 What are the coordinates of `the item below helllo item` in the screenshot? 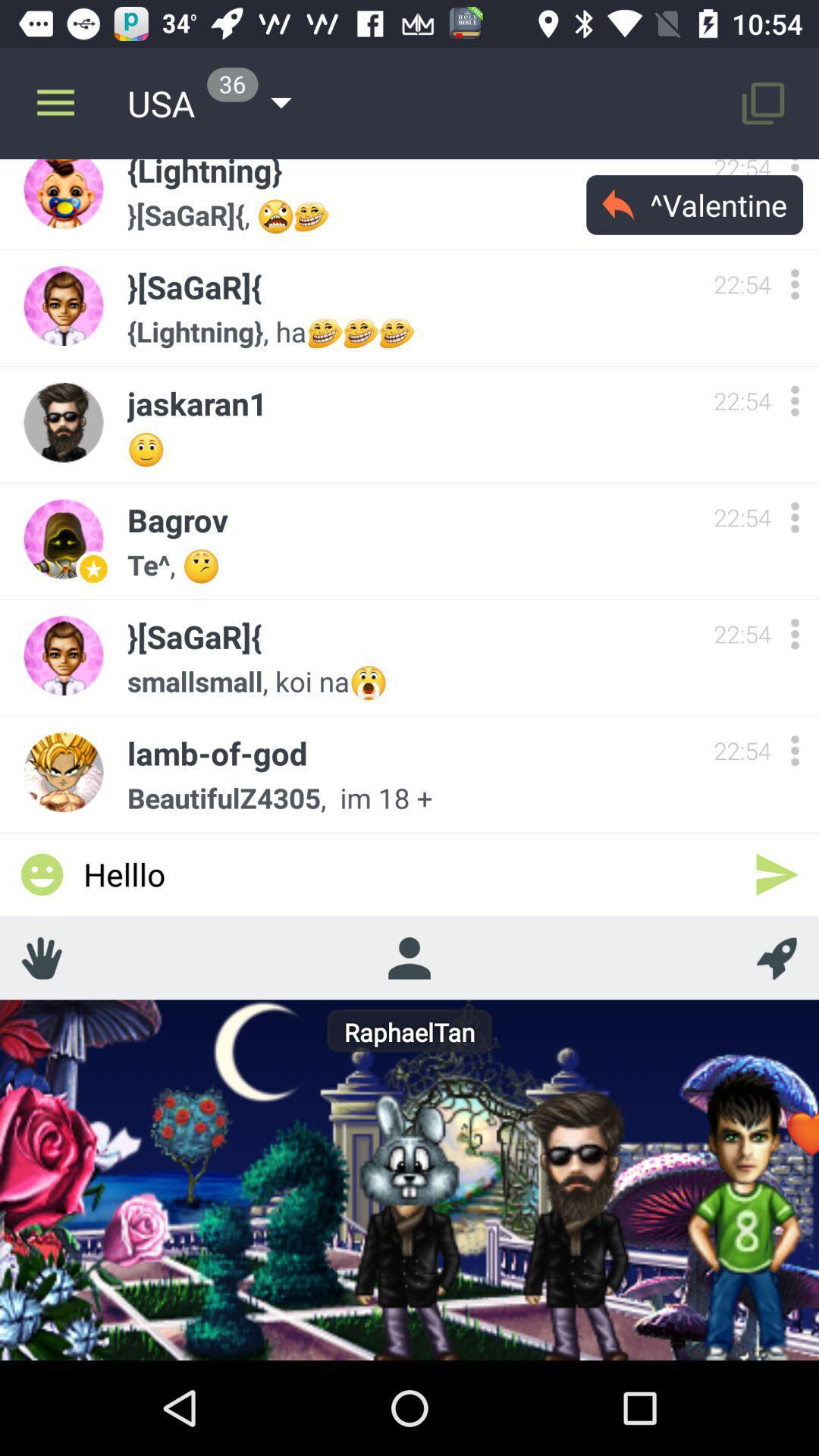 It's located at (408, 957).